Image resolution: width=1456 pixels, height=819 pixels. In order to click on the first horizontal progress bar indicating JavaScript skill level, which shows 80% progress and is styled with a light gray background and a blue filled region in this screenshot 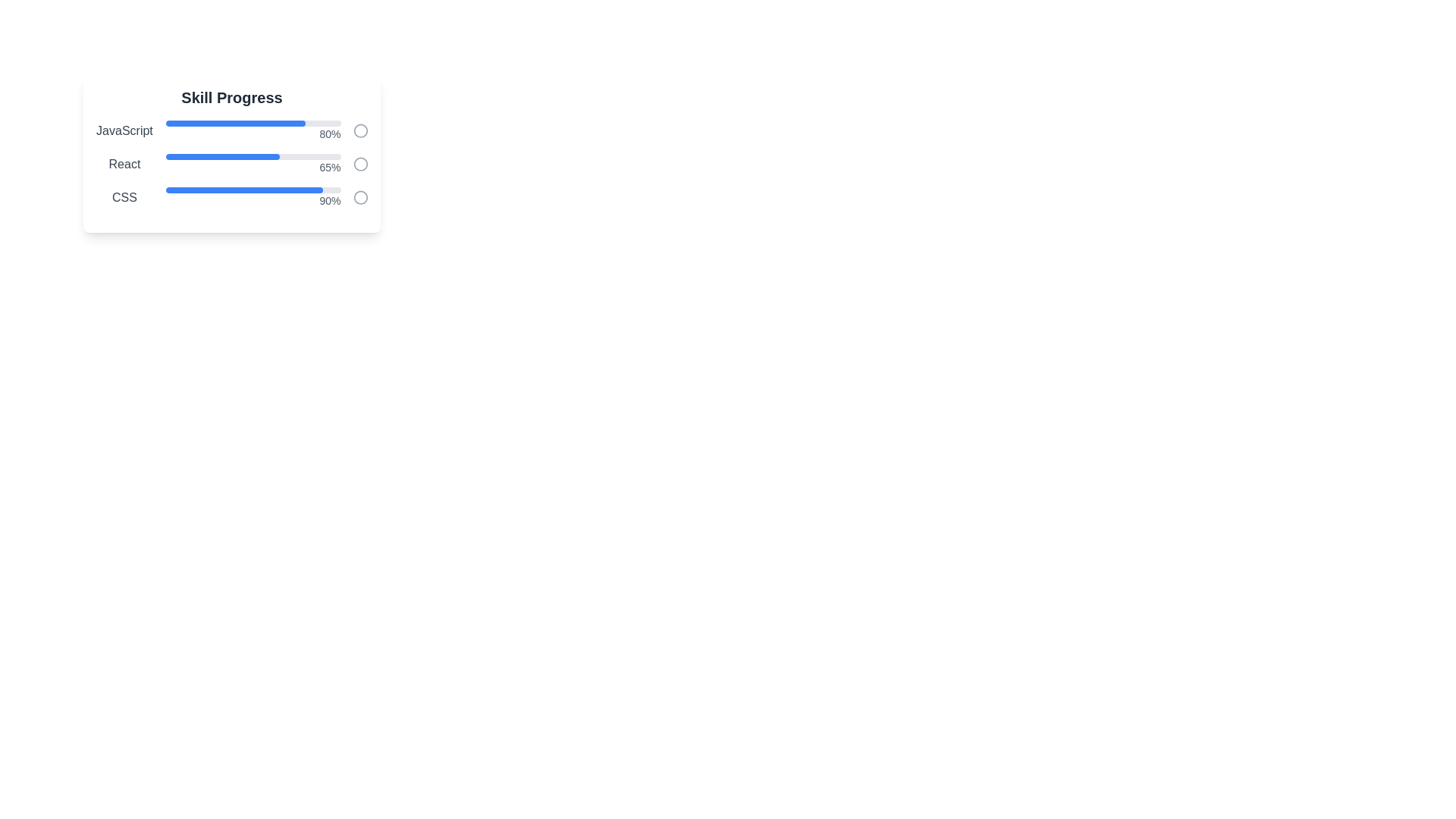, I will do `click(253, 122)`.